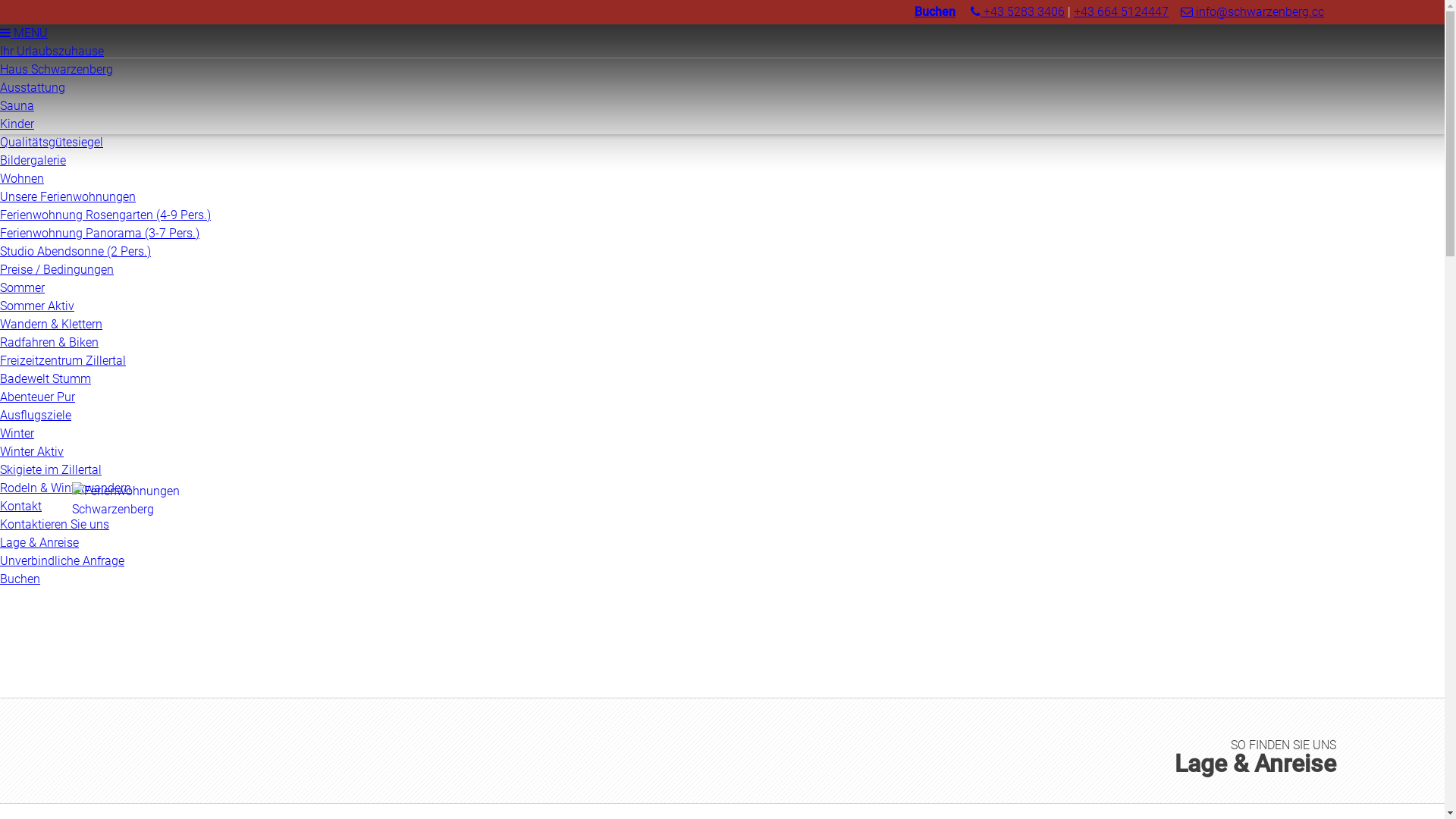 The image size is (1456, 819). Describe the element at coordinates (17, 105) in the screenshot. I see `'Sauna'` at that location.